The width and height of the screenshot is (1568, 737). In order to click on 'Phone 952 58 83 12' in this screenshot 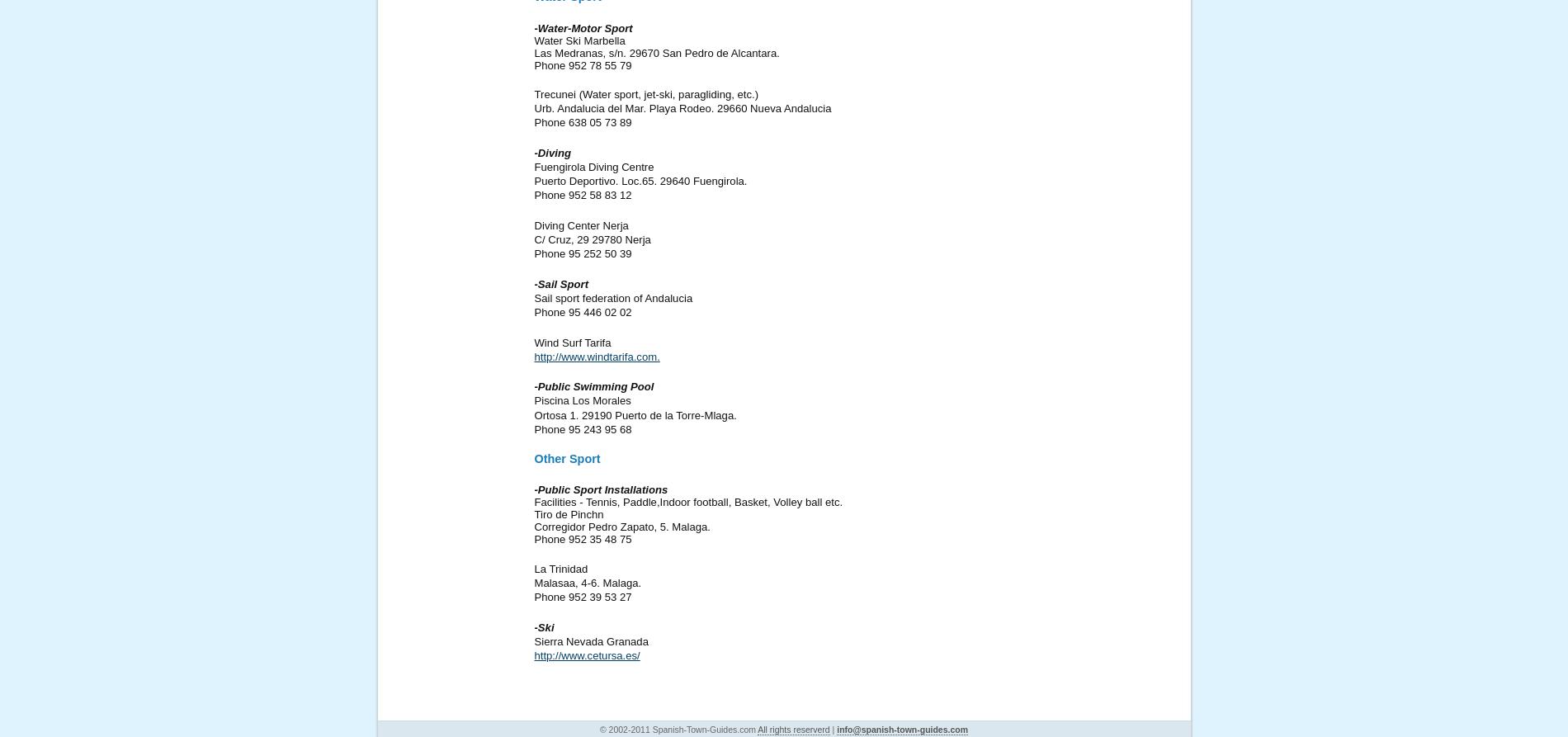, I will do `click(583, 194)`.